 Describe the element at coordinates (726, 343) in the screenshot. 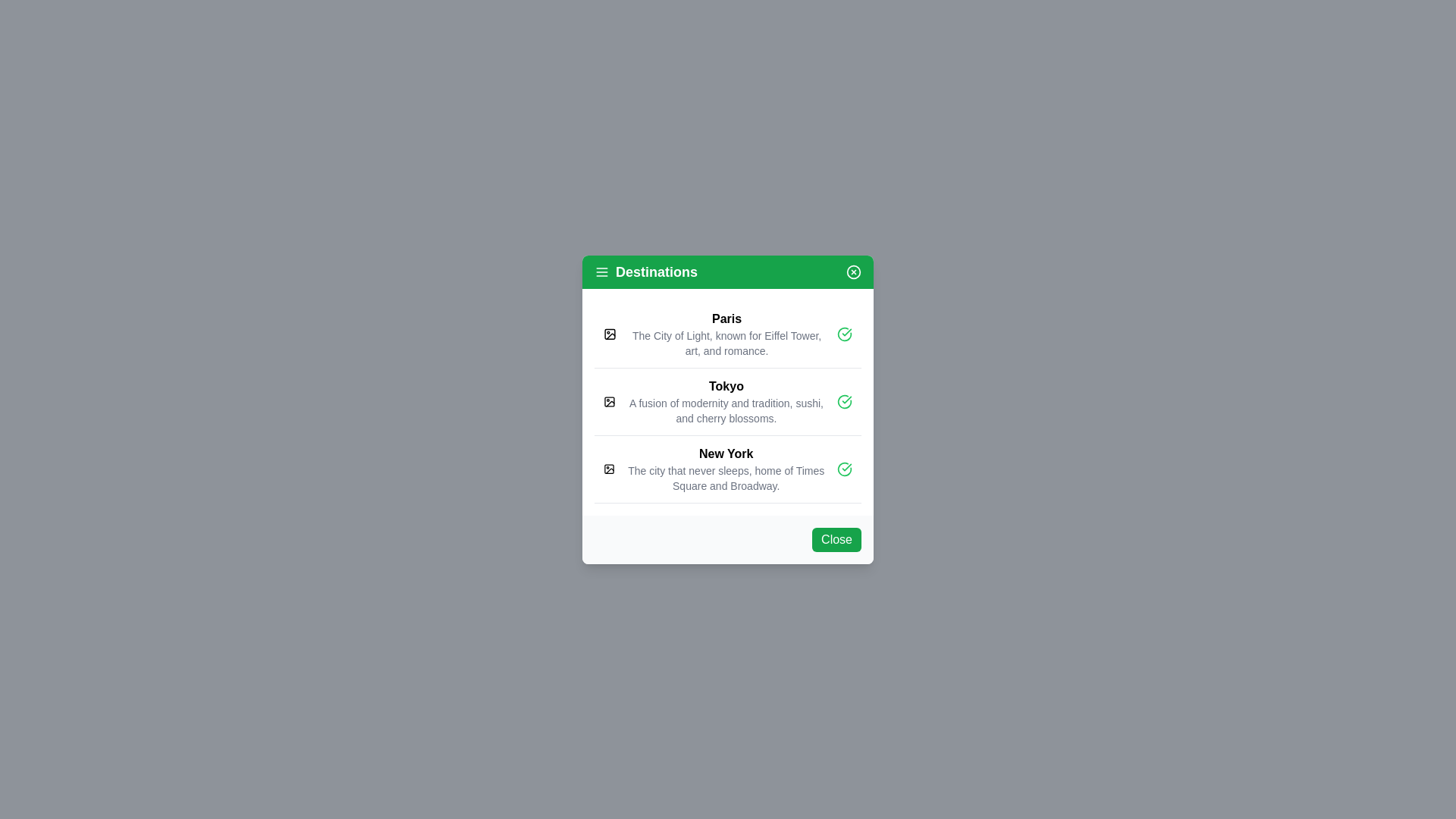

I see `the static text that reads 'The City of Light, known for Eiffel Tower, art, and romance.' which is located below the bold title 'Paris' in the vertical list of destinations` at that location.